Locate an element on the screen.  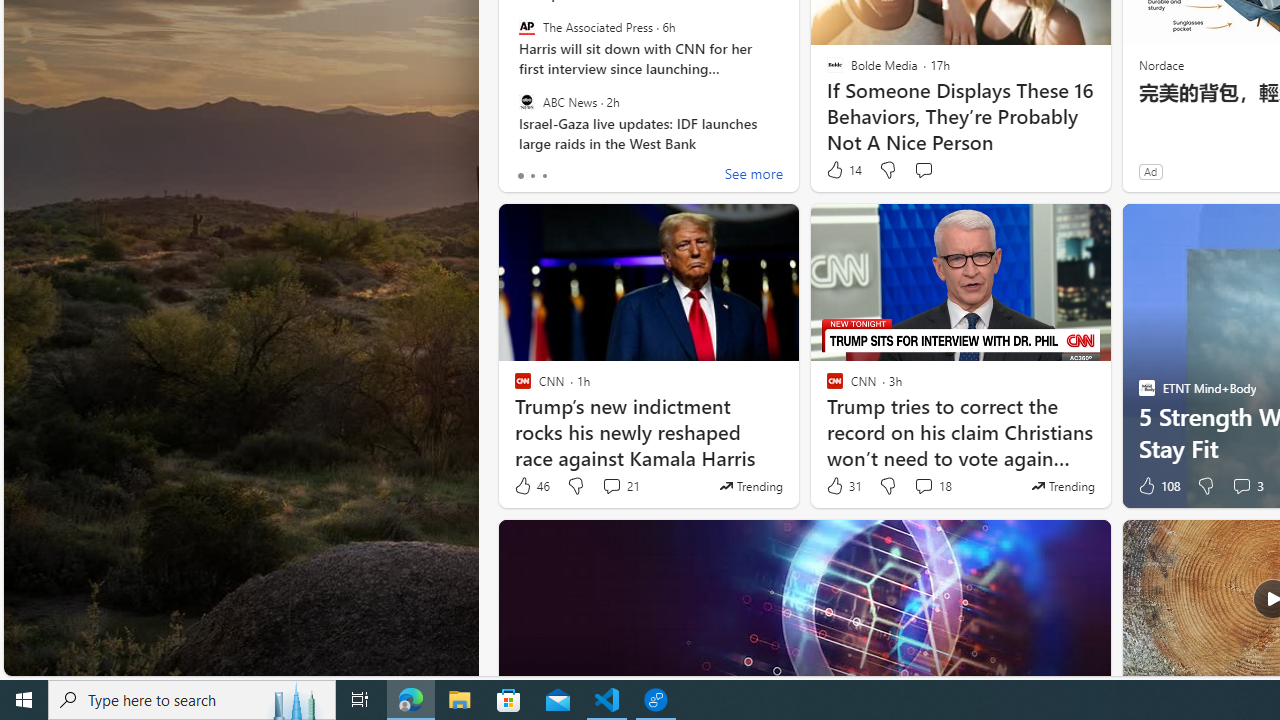
'Ad' is located at coordinates (1150, 170).